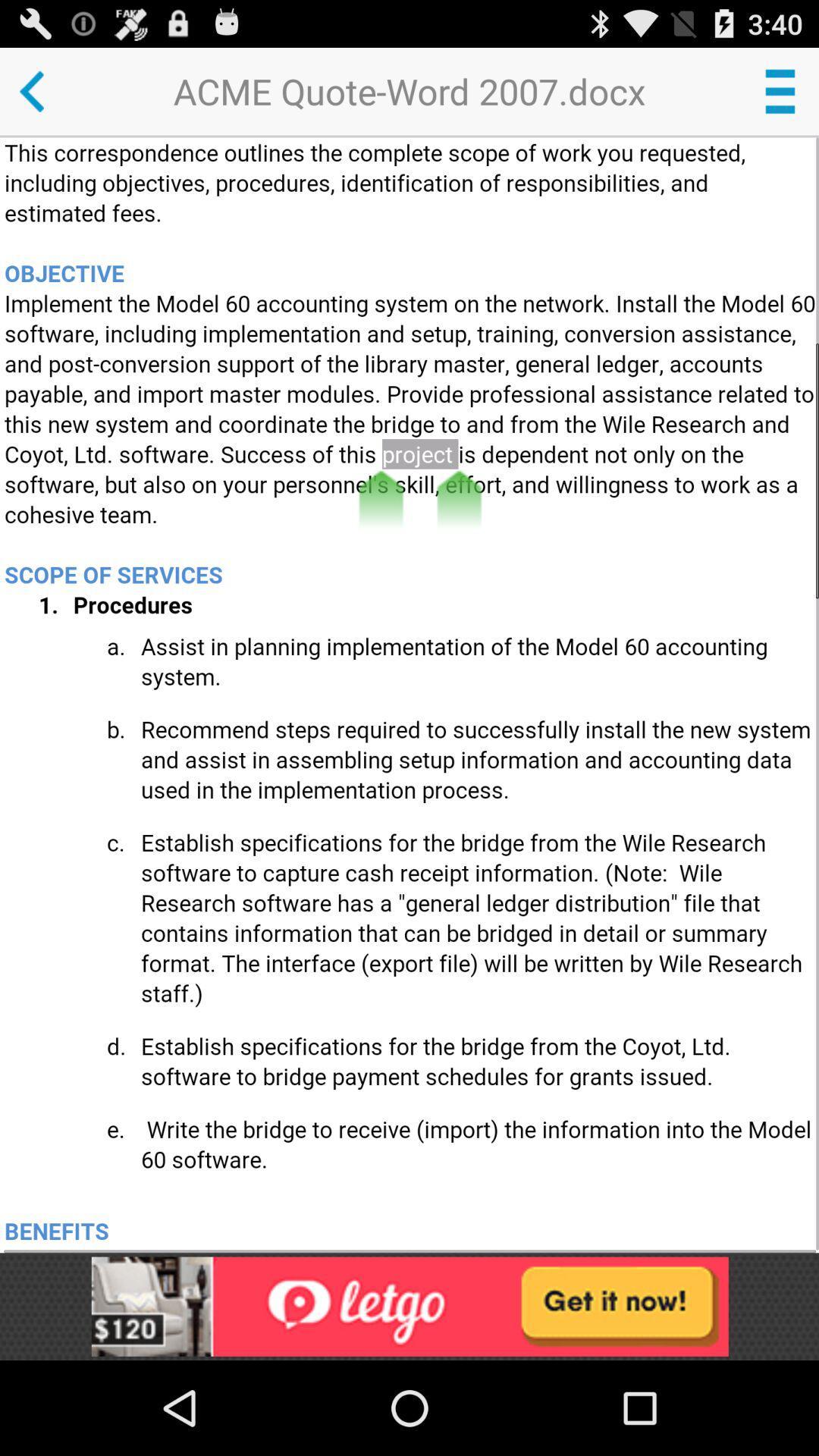  Describe the element at coordinates (780, 90) in the screenshot. I see `open side menu` at that location.